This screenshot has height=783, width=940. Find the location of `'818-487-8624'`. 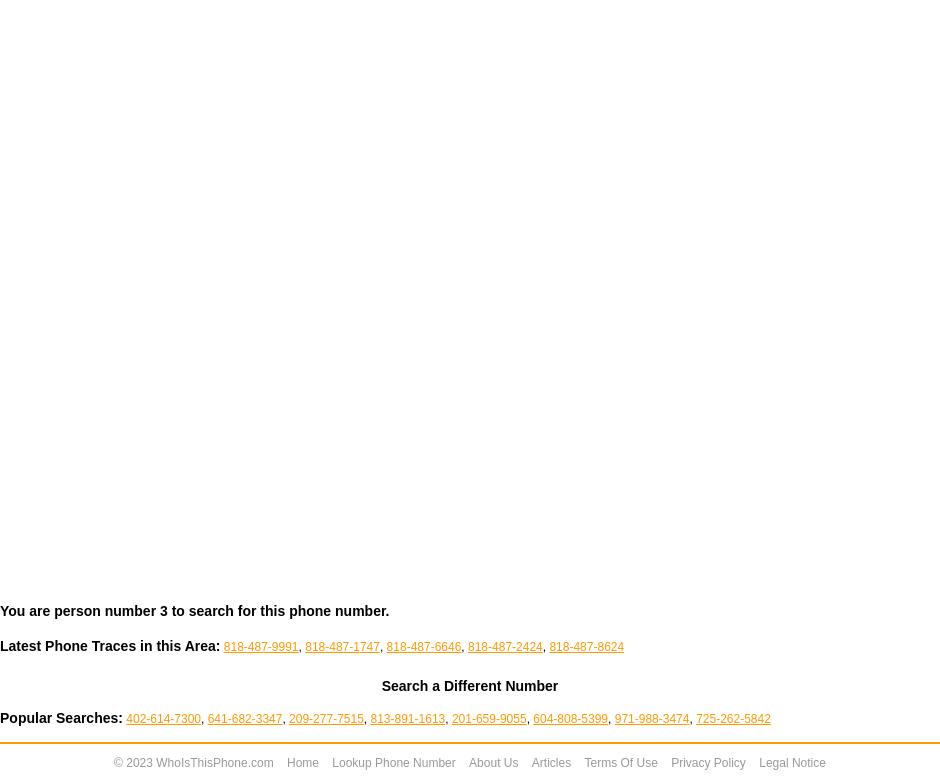

'818-487-8624' is located at coordinates (586, 645).